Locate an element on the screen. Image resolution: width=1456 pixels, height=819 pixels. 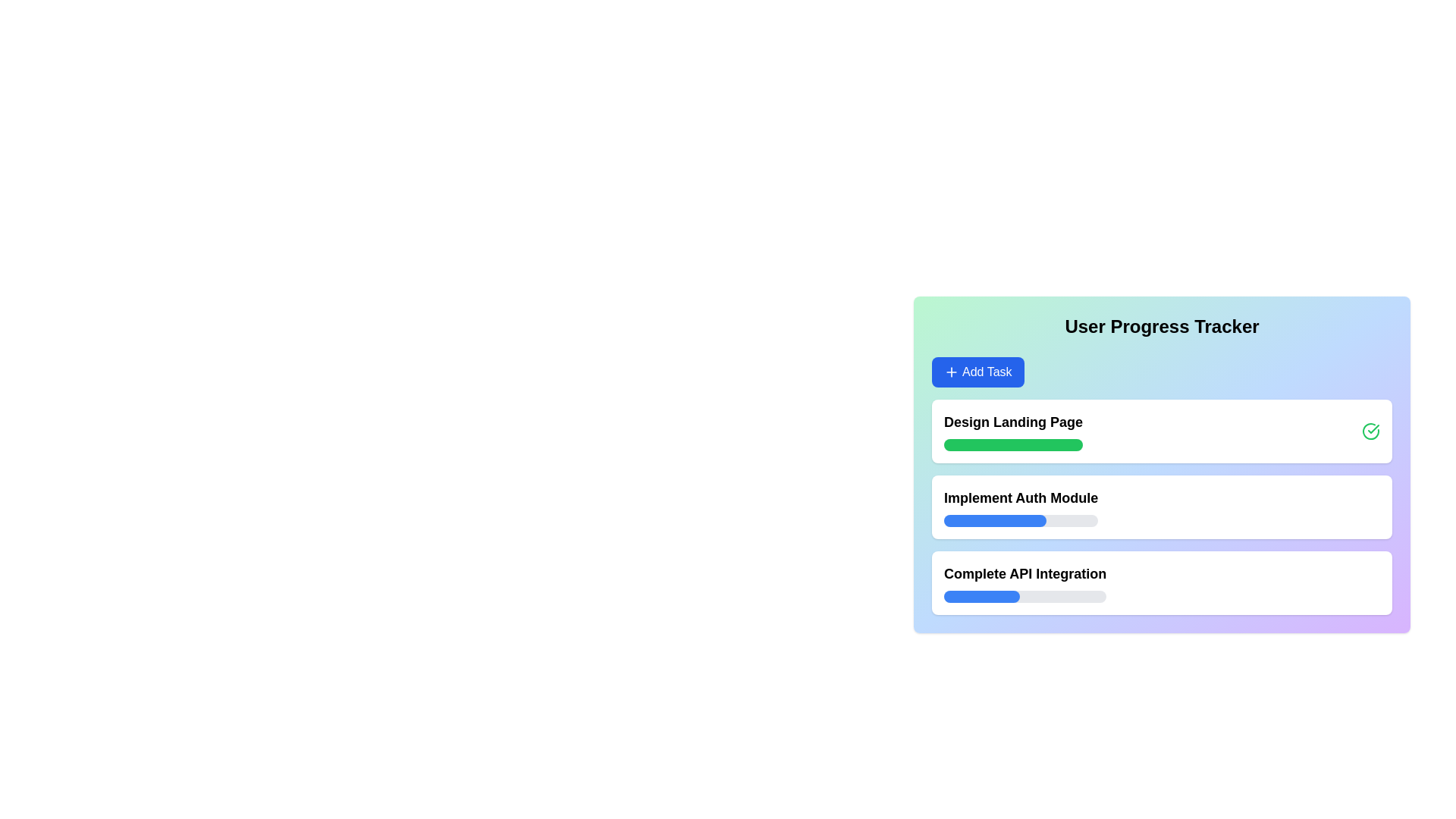
the 'Complete API Integration' progress tracker element is located at coordinates (1161, 582).